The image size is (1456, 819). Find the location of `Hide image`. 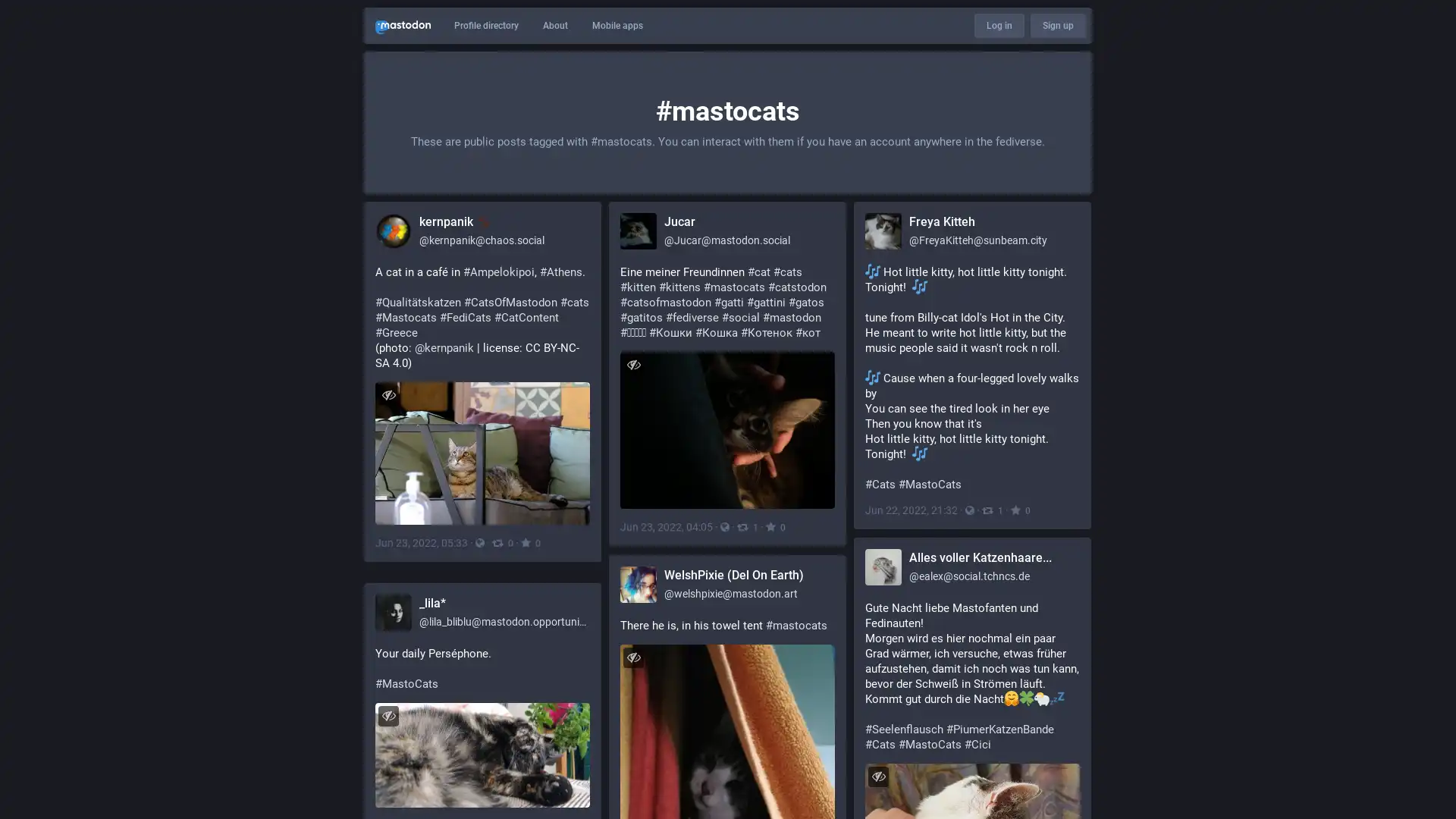

Hide image is located at coordinates (878, 776).